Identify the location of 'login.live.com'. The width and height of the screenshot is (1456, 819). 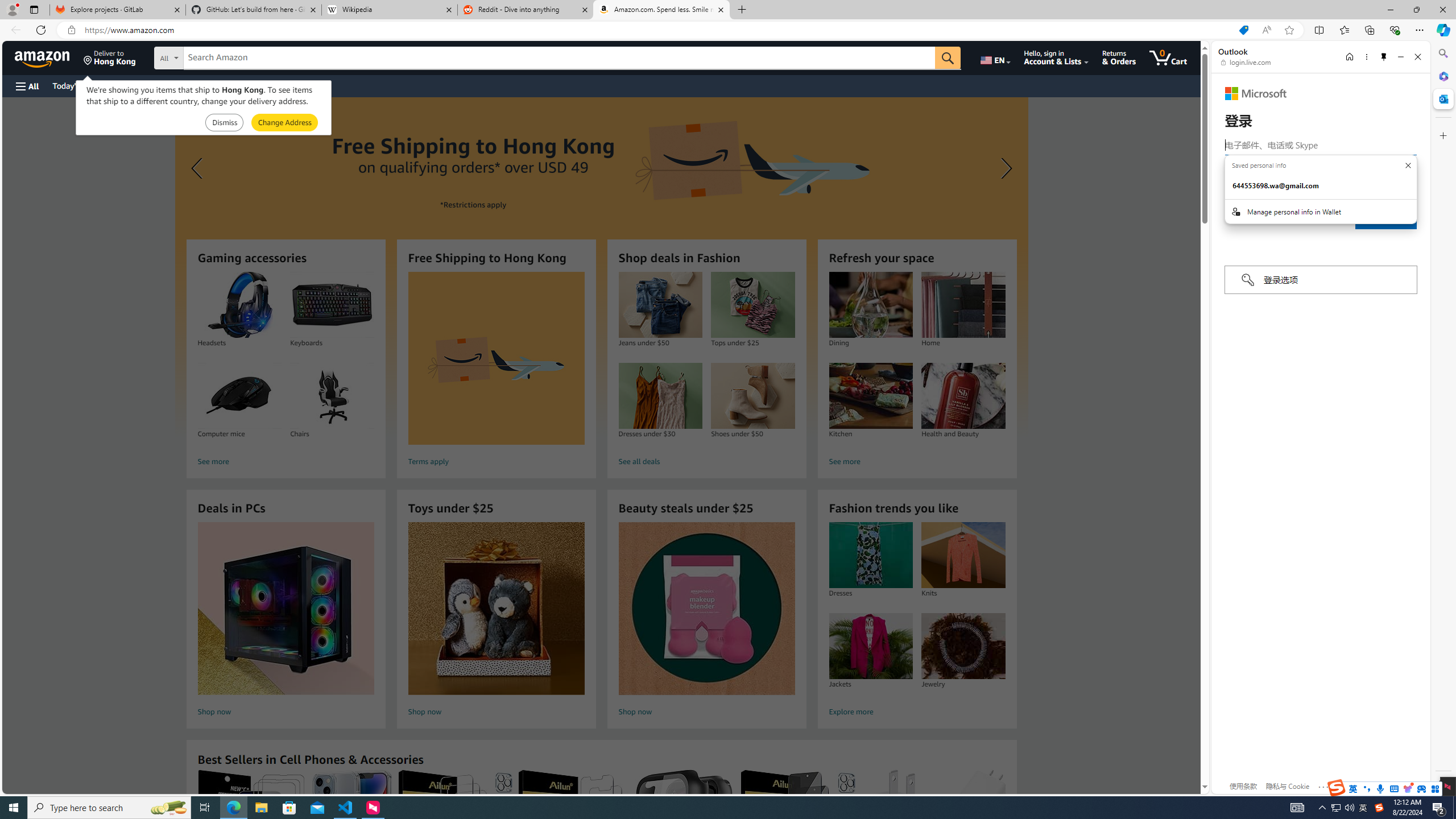
(1246, 61).